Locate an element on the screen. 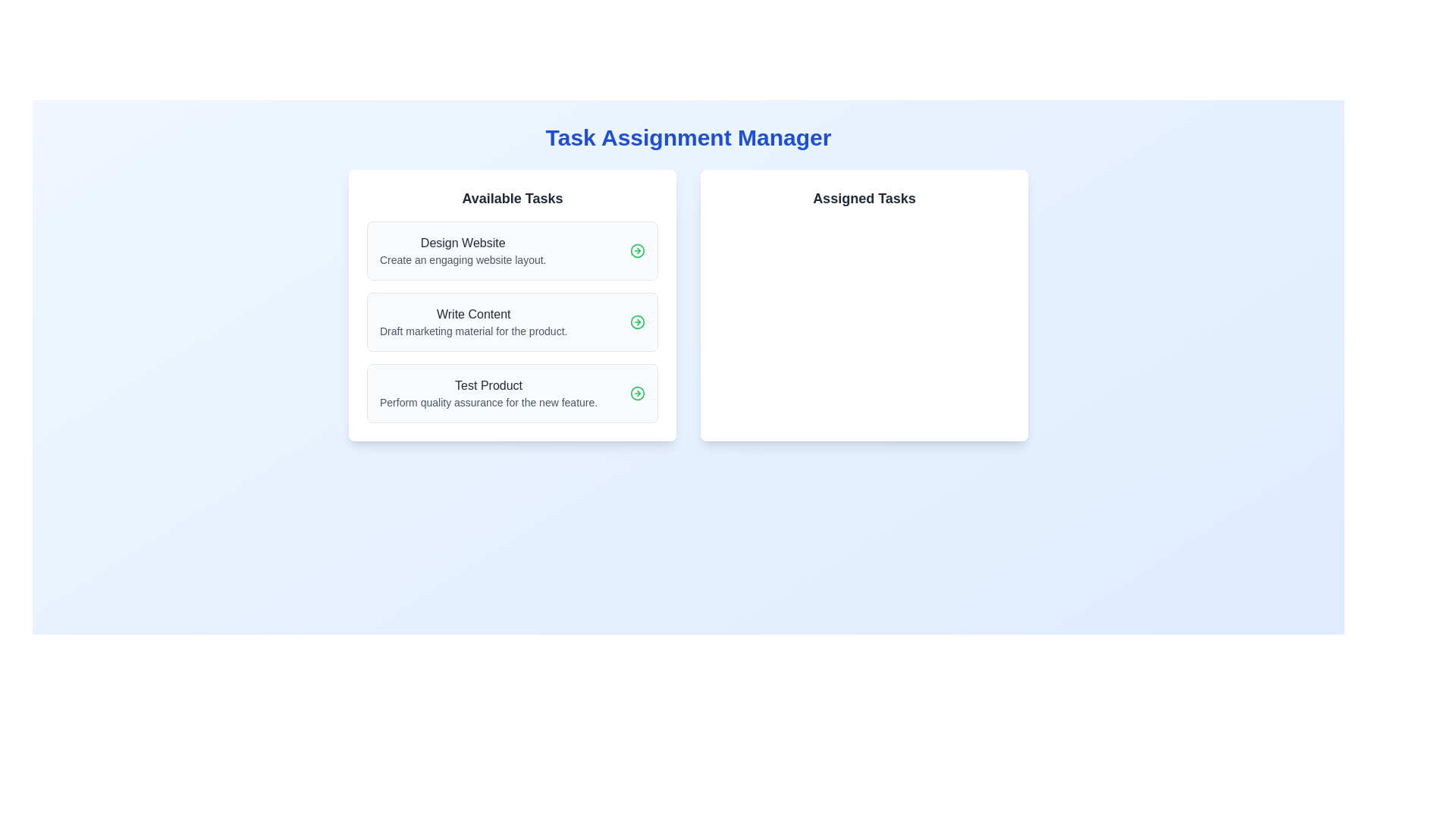 The height and width of the screenshot is (819, 1456). the static text label reading 'Write Content', which is the title of the second task in the 'Available Tasks' list, located beneath 'Design Website' and above 'Test Product' is located at coordinates (472, 314).